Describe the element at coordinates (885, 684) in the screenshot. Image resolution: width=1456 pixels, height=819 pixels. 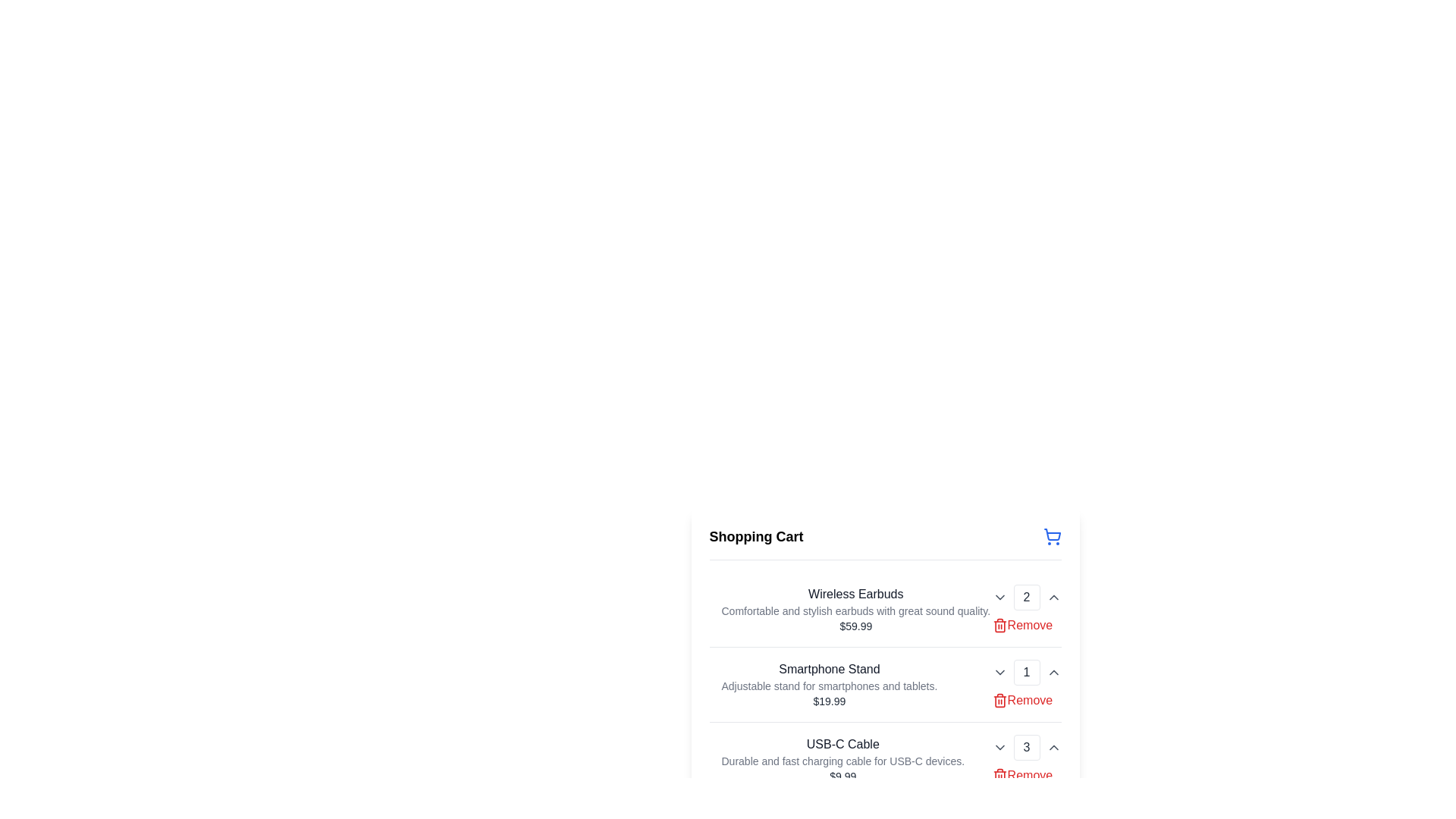
I see `the second row of the shopping cart interface that contains the product 'Smartphone Stand'` at that location.